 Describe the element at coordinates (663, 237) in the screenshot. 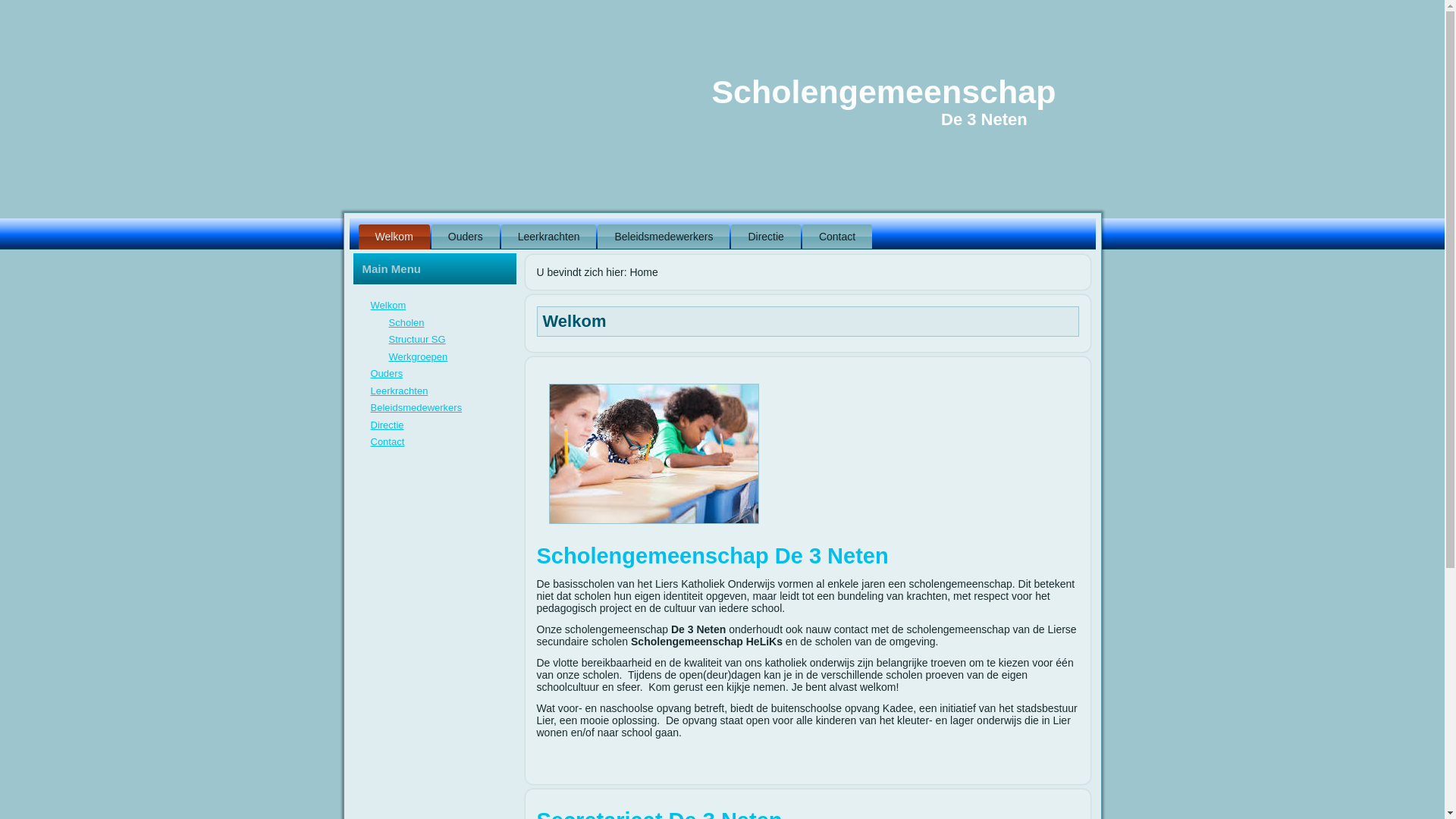

I see `'Beleidsmedewerkers'` at that location.